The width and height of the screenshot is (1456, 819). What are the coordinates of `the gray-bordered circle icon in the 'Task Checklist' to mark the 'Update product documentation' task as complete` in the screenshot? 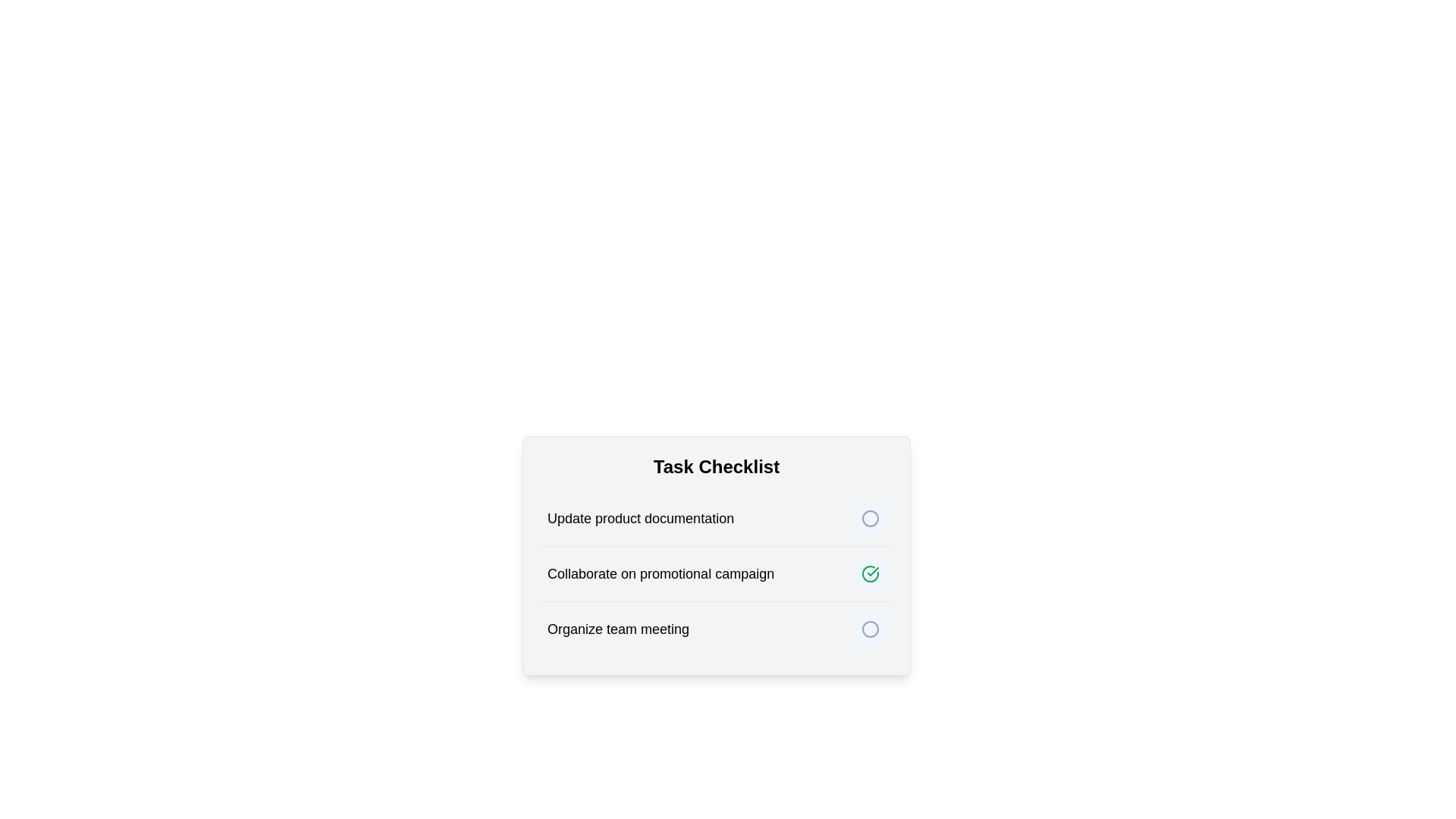 It's located at (870, 517).